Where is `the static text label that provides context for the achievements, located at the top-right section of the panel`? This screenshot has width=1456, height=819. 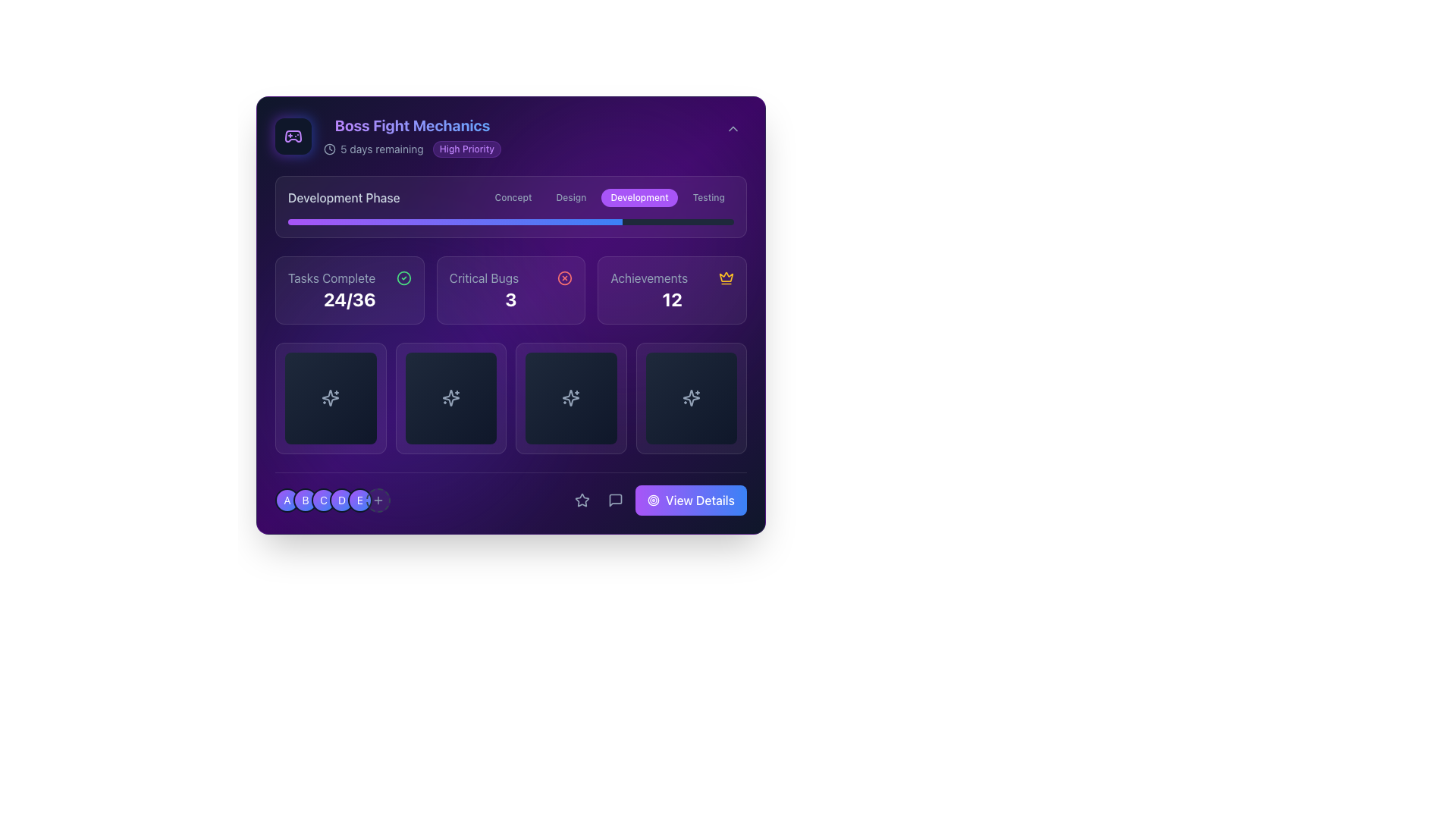 the static text label that provides context for the achievements, located at the top-right section of the panel is located at coordinates (649, 278).